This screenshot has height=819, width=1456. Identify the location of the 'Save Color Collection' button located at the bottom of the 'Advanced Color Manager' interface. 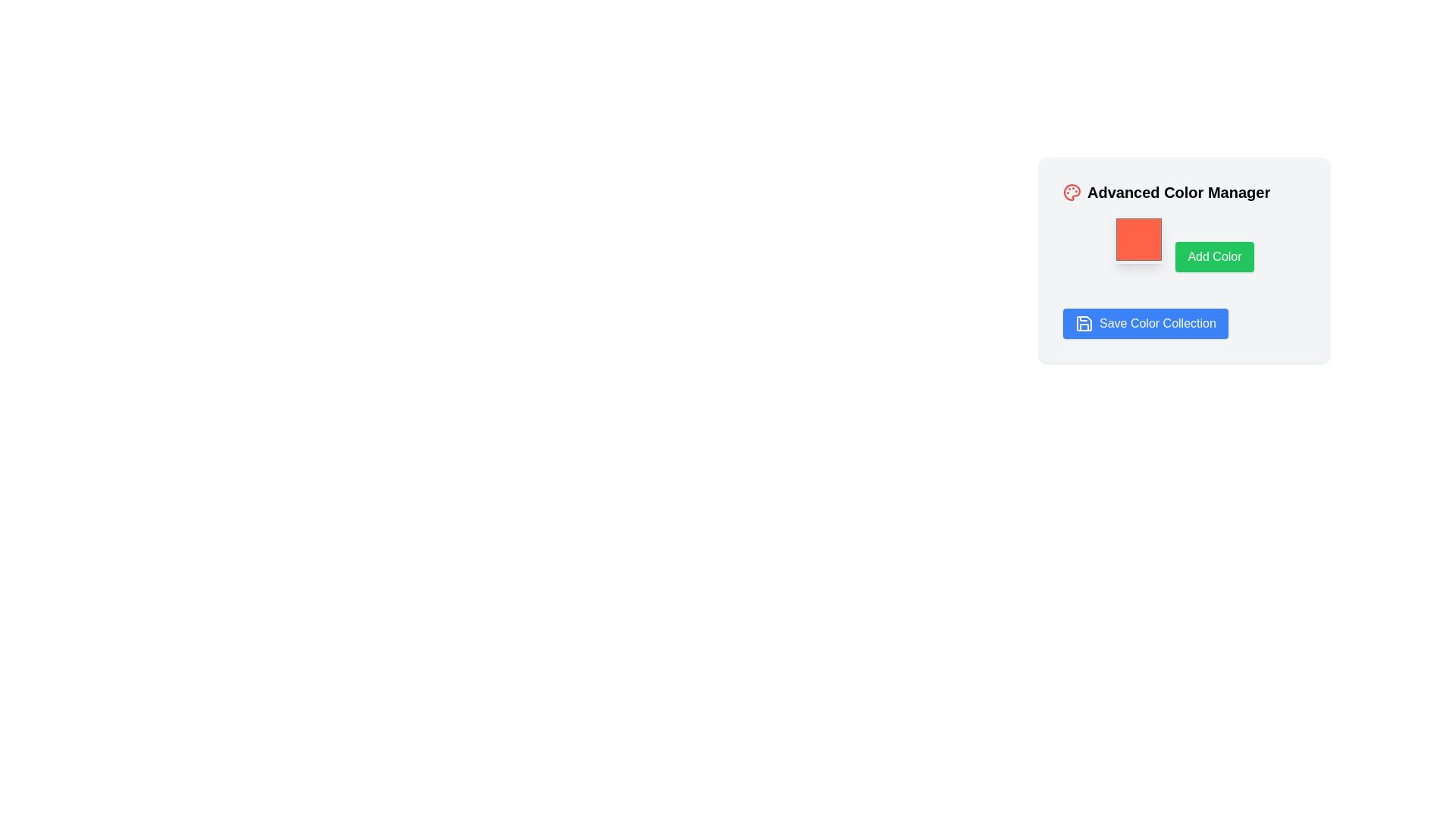
(1145, 323).